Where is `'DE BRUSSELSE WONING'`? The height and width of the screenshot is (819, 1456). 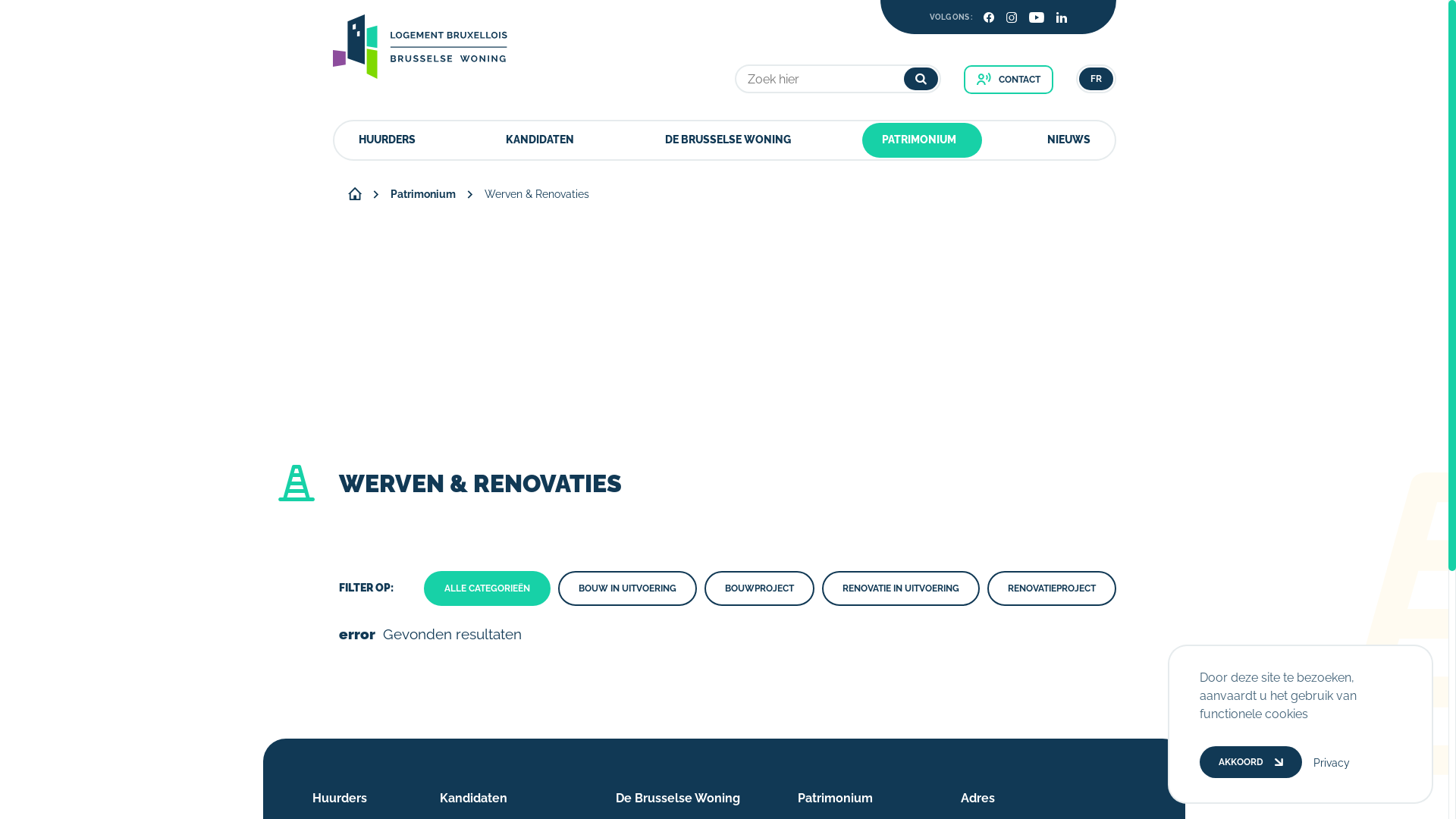
'DE BRUSSELSE WONING' is located at coordinates (728, 140).